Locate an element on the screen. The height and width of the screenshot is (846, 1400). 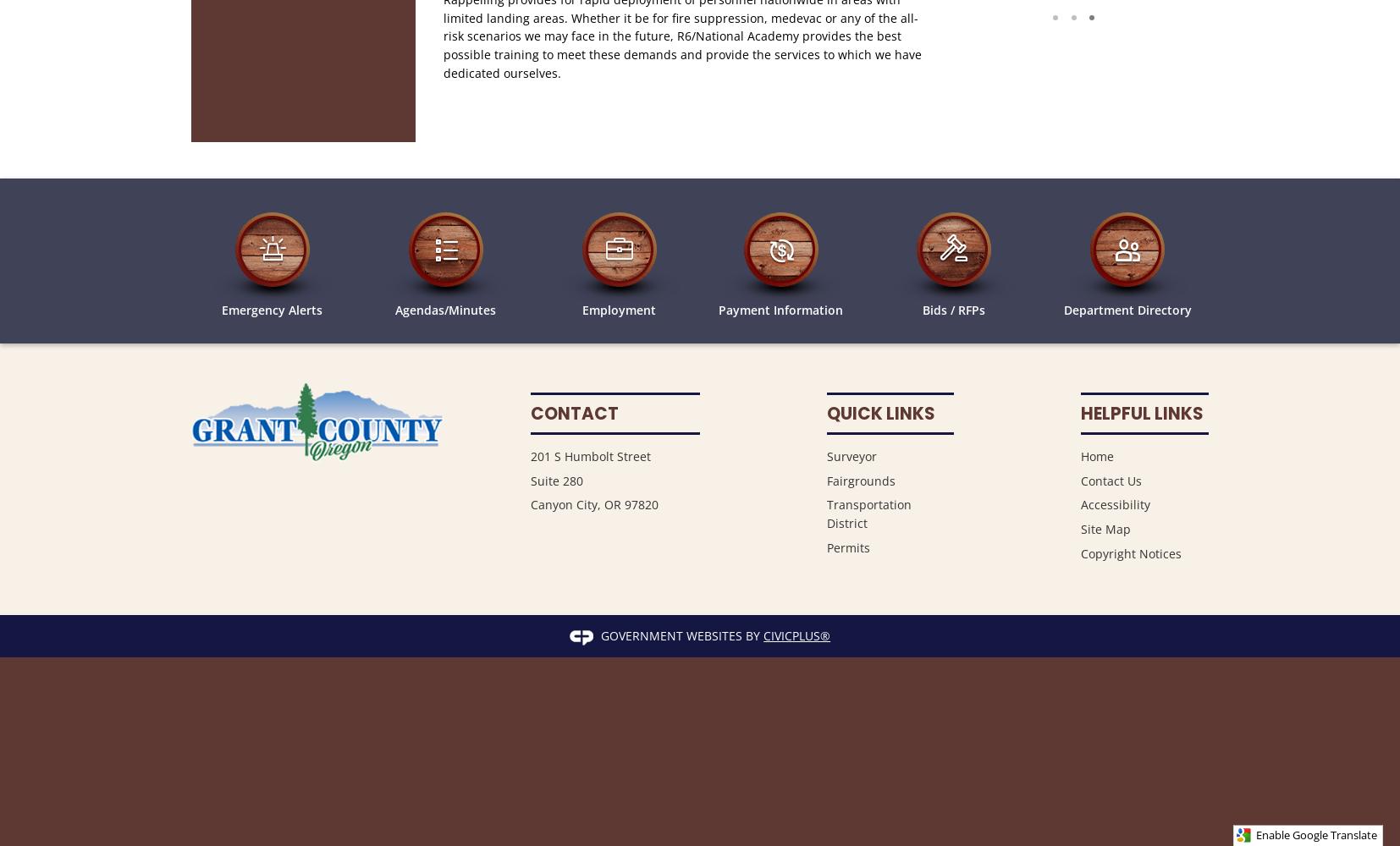
'Contact Us' is located at coordinates (1111, 479).